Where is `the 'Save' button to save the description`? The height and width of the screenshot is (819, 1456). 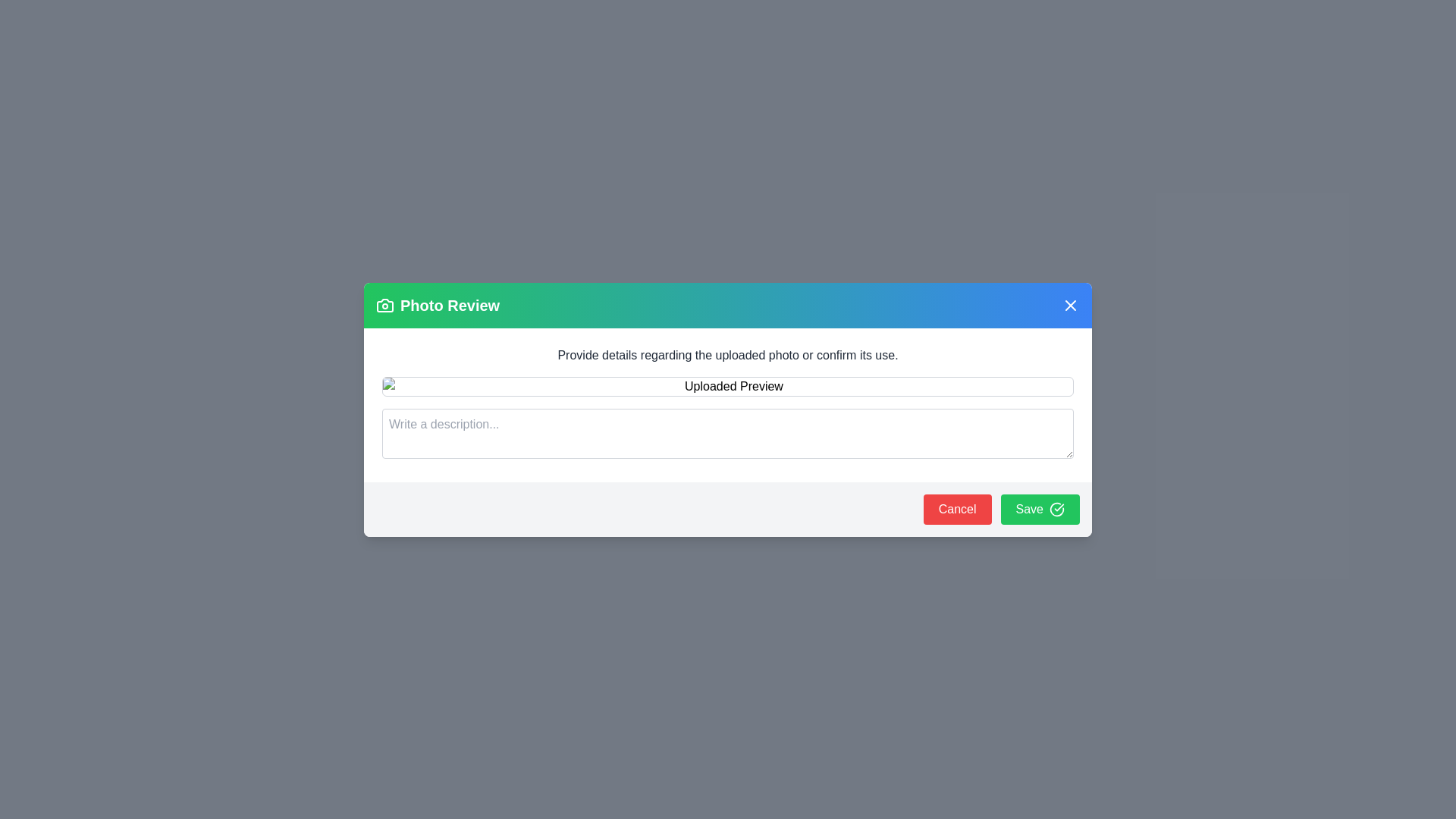
the 'Save' button to save the description is located at coordinates (1039, 509).